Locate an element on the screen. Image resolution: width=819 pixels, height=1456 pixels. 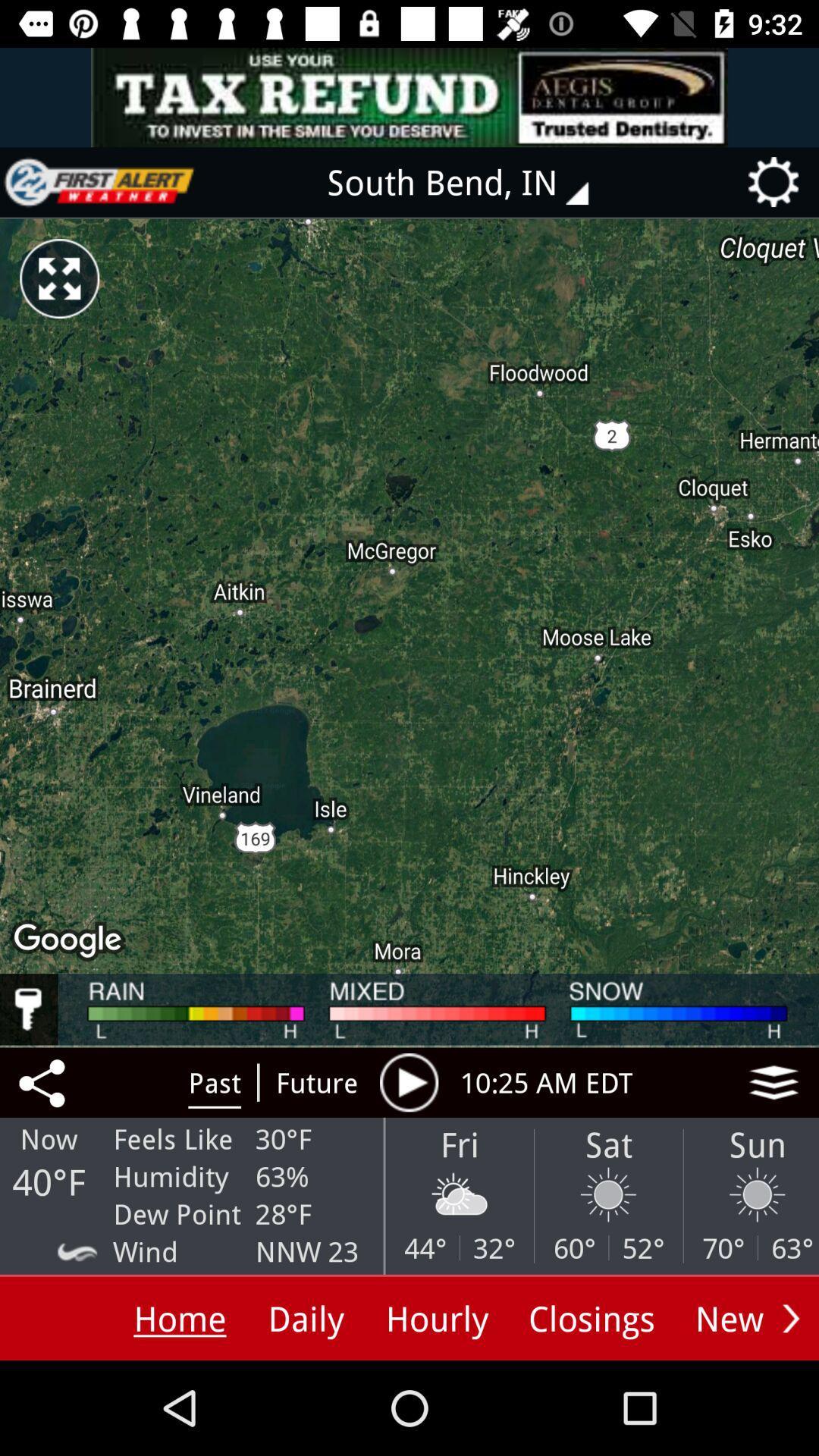
next page is located at coordinates (790, 1317).